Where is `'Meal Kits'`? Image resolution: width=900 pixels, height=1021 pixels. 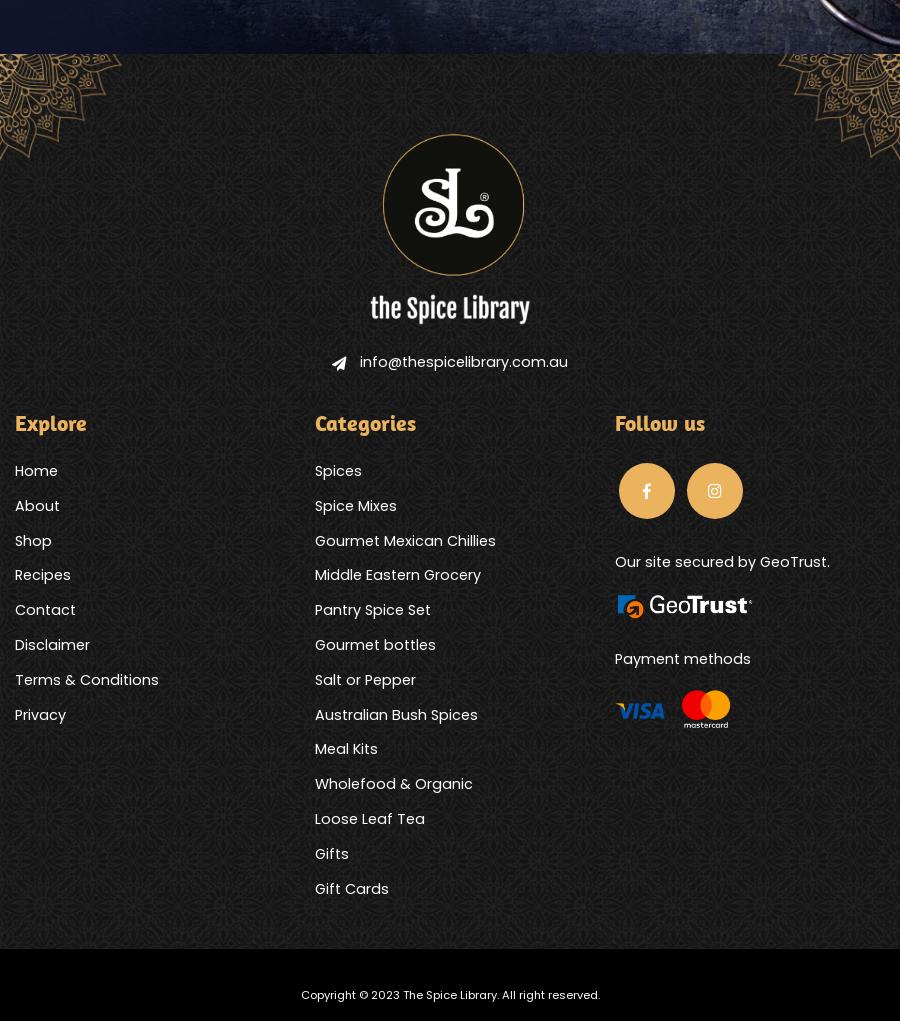 'Meal Kits' is located at coordinates (313, 749).